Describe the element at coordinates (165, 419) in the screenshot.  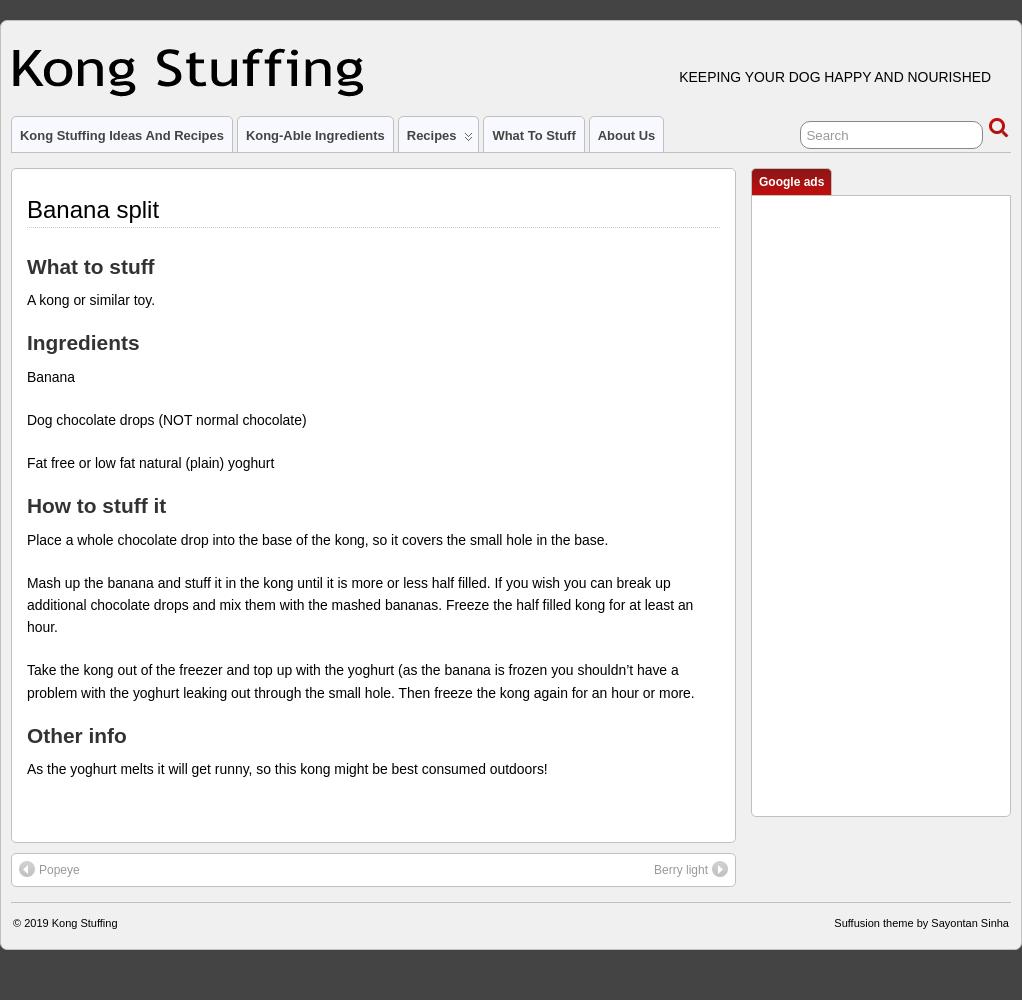
I see `'Dog chocolate drops (NOT normal chocolate)'` at that location.